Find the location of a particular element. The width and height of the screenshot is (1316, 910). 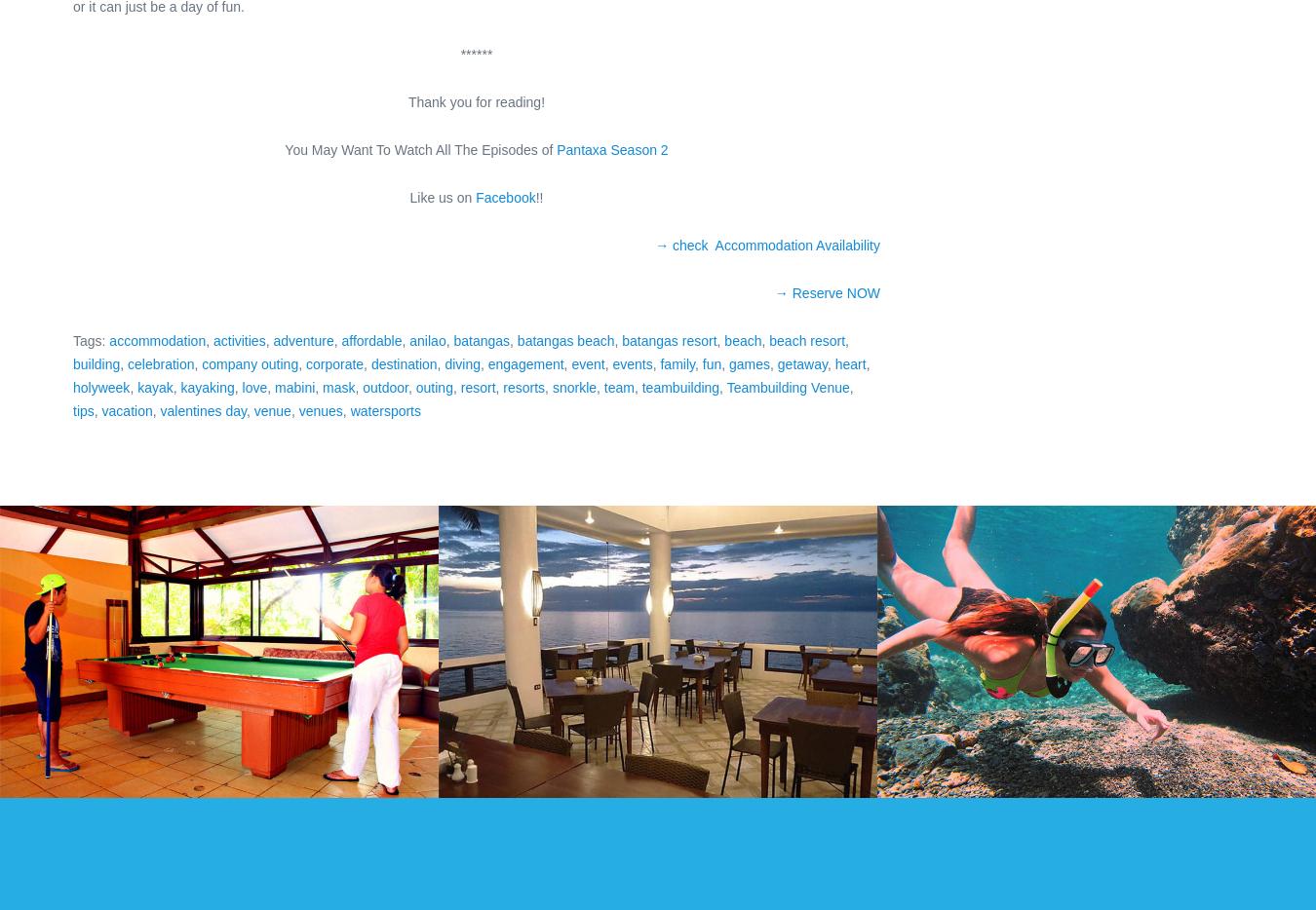

'adventure' is located at coordinates (302, 340).